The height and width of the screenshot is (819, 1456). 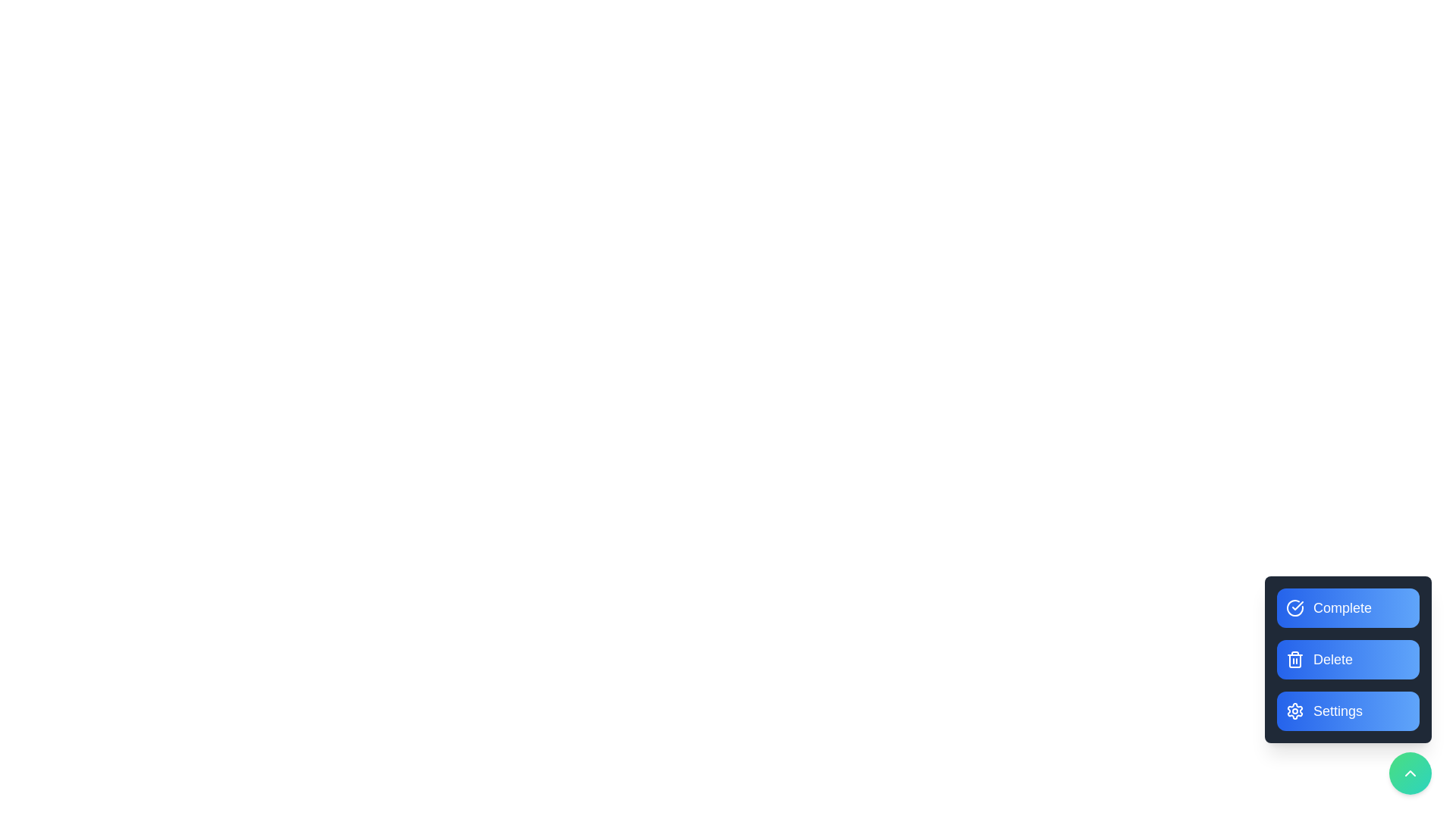 I want to click on the 'Complete' button to mark a task as complete, so click(x=1348, y=607).